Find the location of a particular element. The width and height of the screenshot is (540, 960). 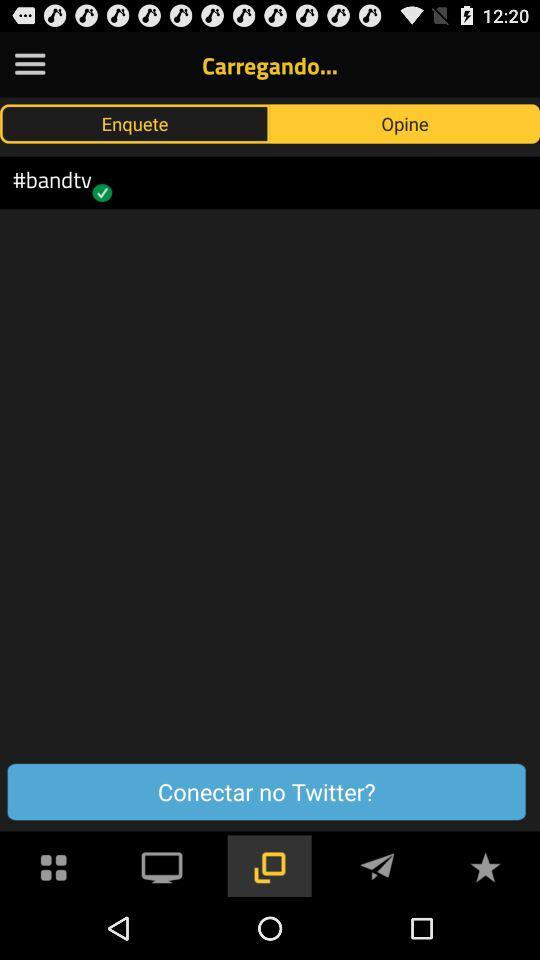

apps symbol is located at coordinates (54, 864).